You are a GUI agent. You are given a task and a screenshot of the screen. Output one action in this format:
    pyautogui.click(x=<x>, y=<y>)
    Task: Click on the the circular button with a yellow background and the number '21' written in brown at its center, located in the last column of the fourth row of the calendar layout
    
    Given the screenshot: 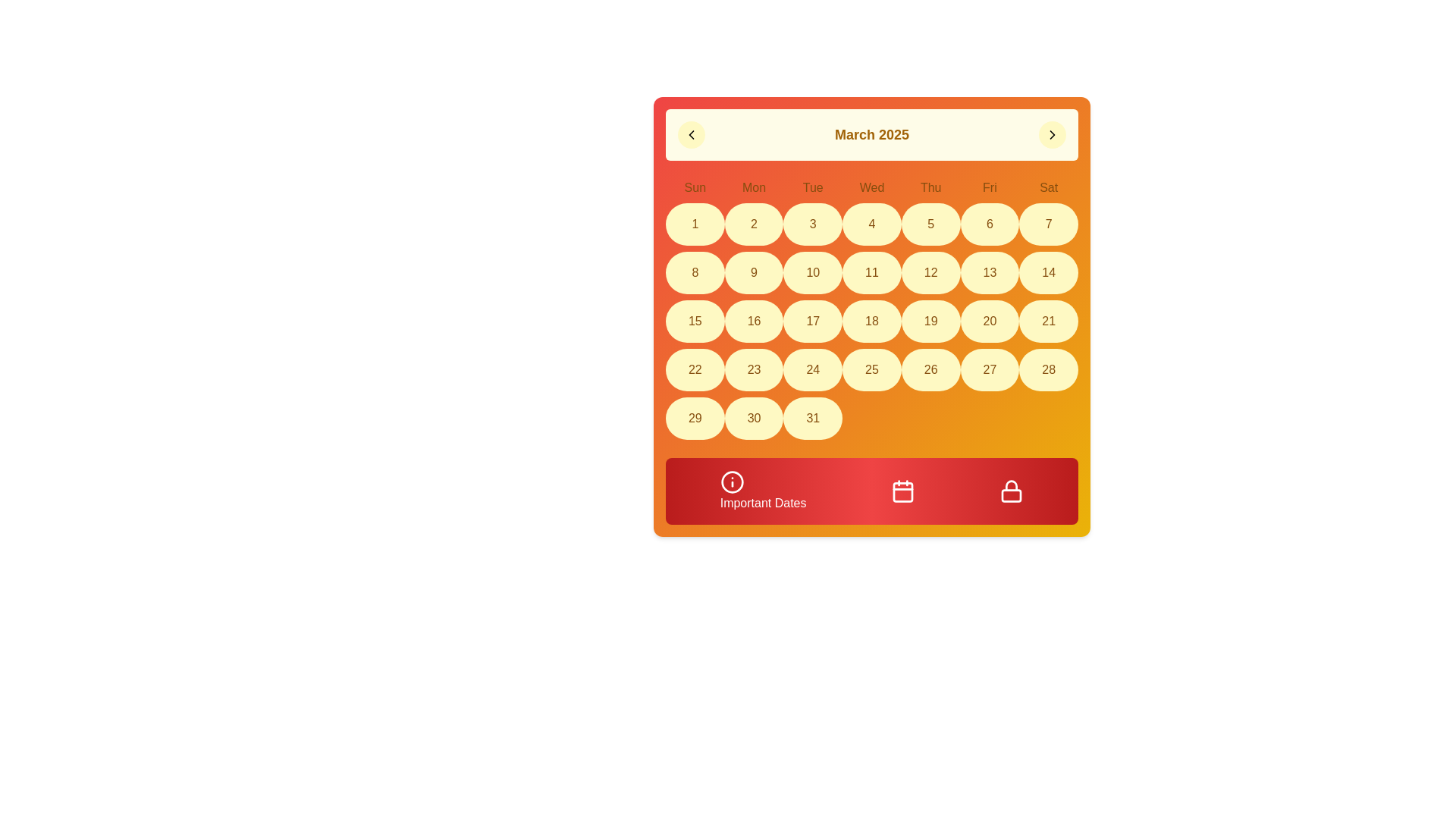 What is the action you would take?
    pyautogui.click(x=1048, y=321)
    